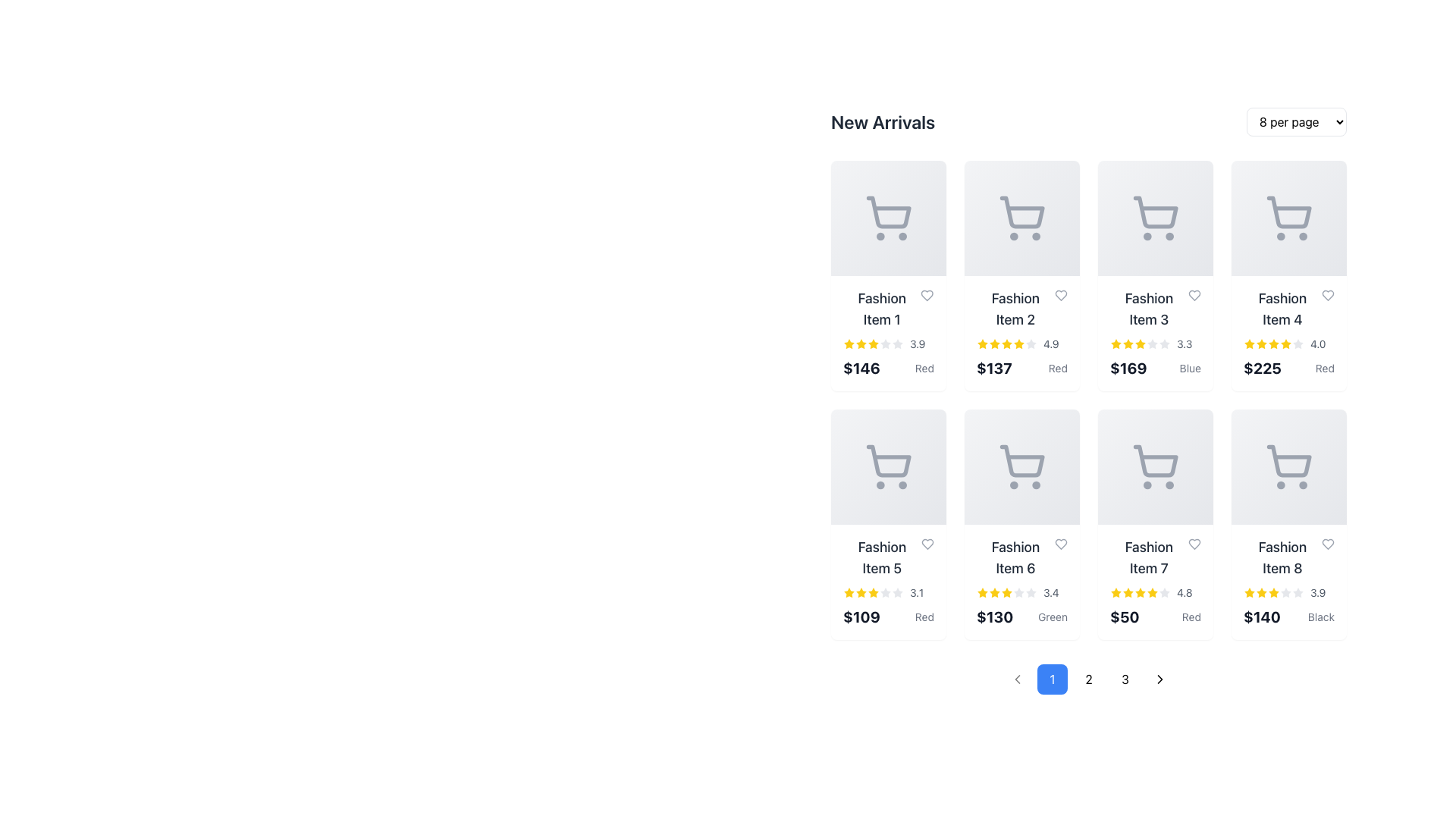 Image resolution: width=1456 pixels, height=819 pixels. What do you see at coordinates (917, 344) in the screenshot?
I see `the text label displaying the numeric value of user ratings for the associated item located to the right of the row of stars in the bottom right corner of the grid interface` at bounding box center [917, 344].